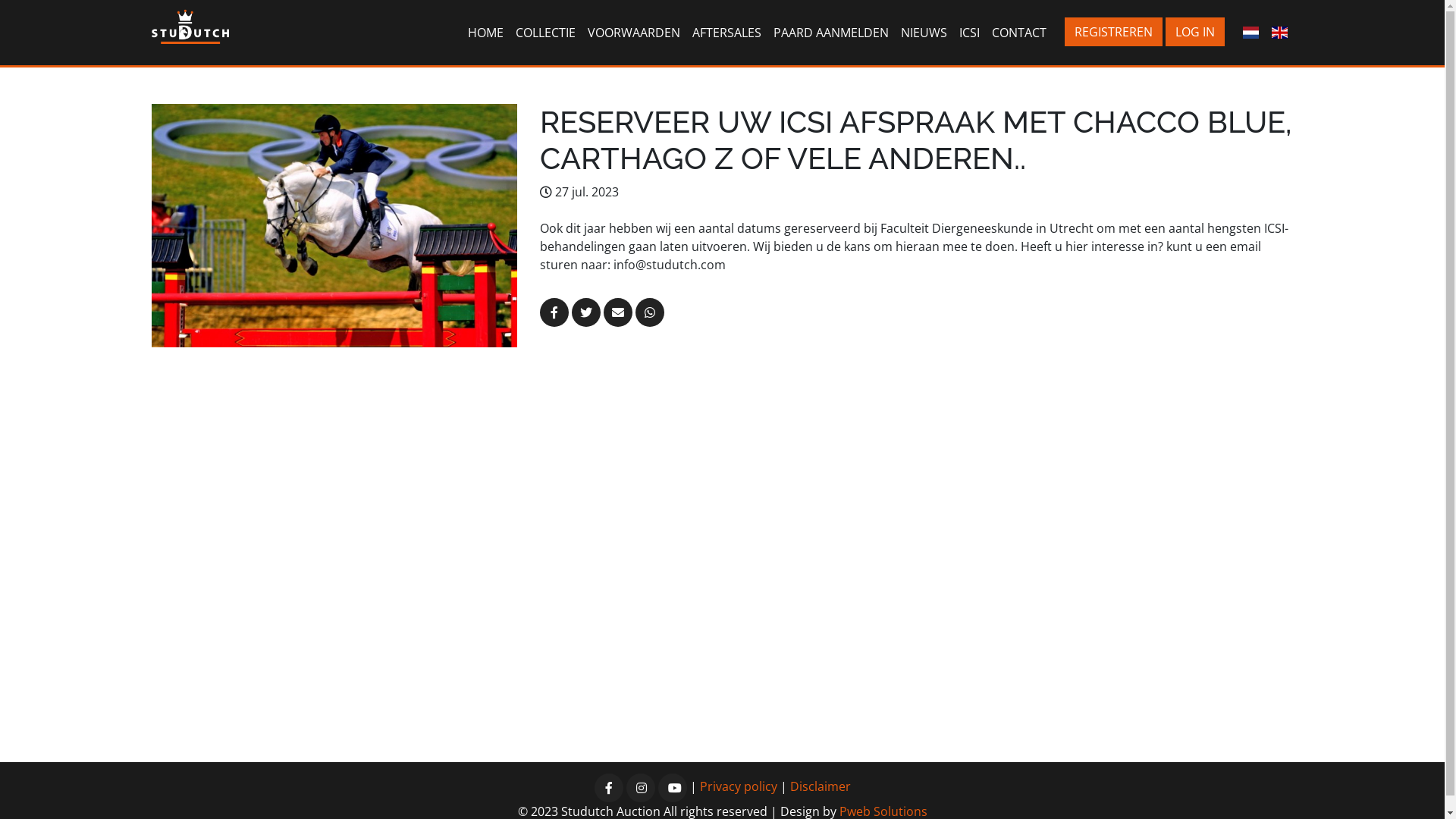 The width and height of the screenshot is (1456, 819). What do you see at coordinates (698, 786) in the screenshot?
I see `'Privacy policy'` at bounding box center [698, 786].